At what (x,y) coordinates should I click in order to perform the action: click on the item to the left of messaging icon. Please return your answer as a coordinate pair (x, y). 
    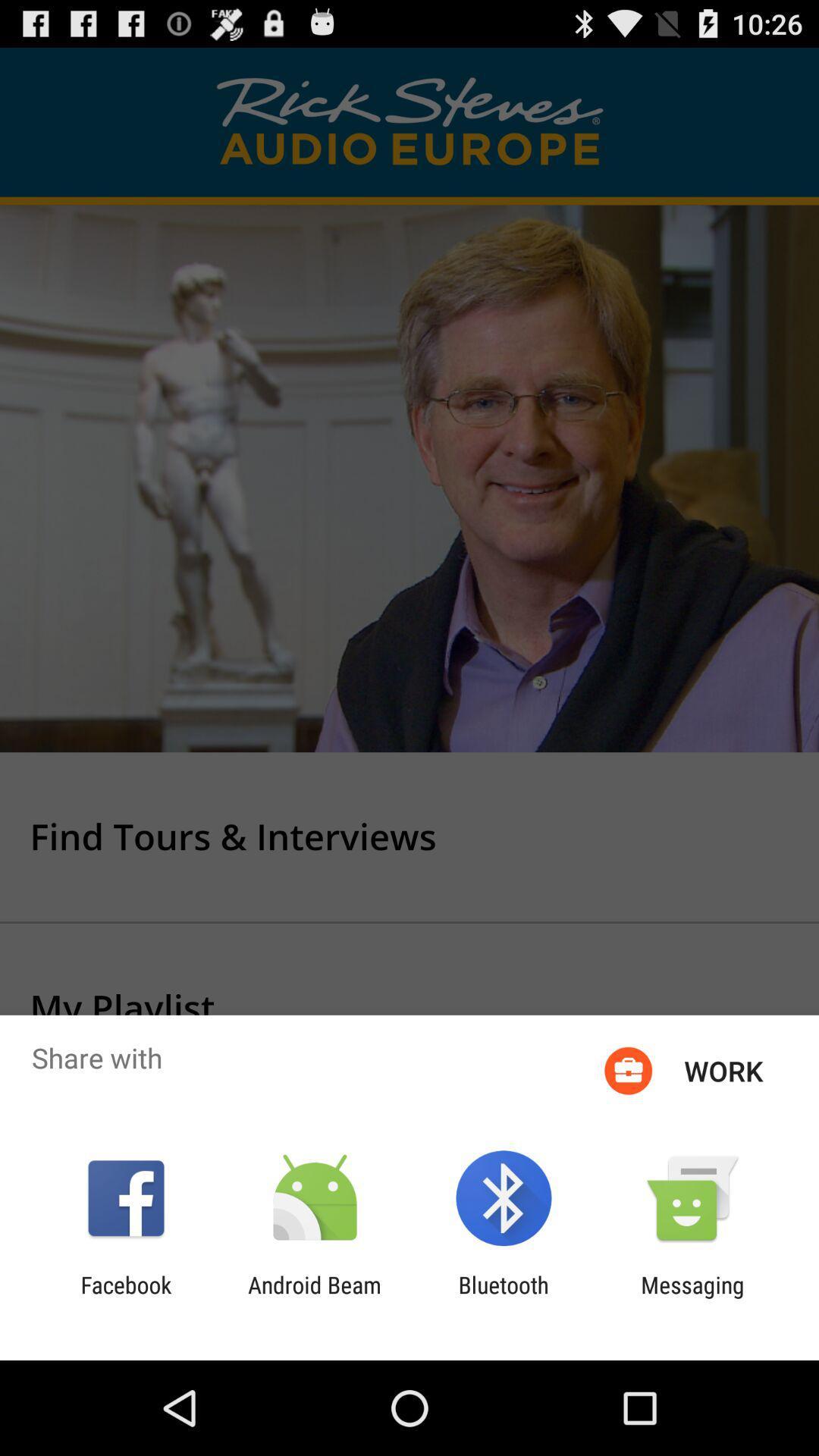
    Looking at the image, I should click on (504, 1298).